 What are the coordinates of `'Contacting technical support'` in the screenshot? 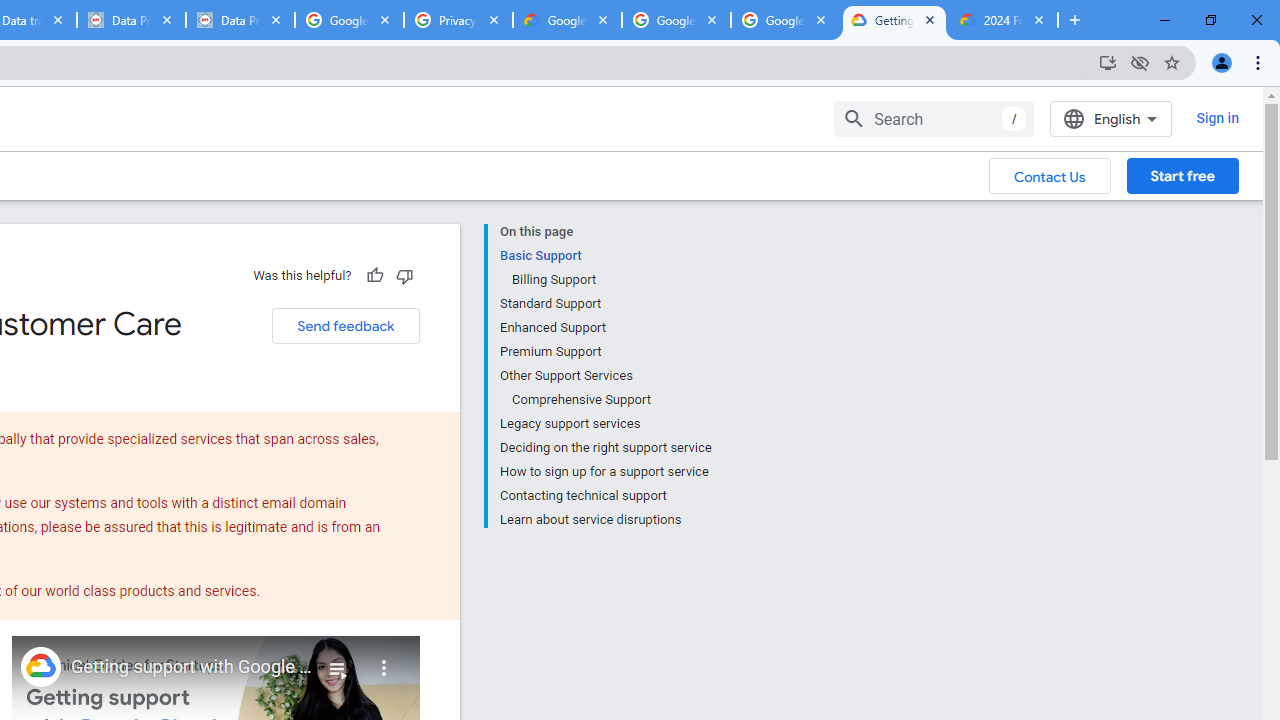 It's located at (604, 495).